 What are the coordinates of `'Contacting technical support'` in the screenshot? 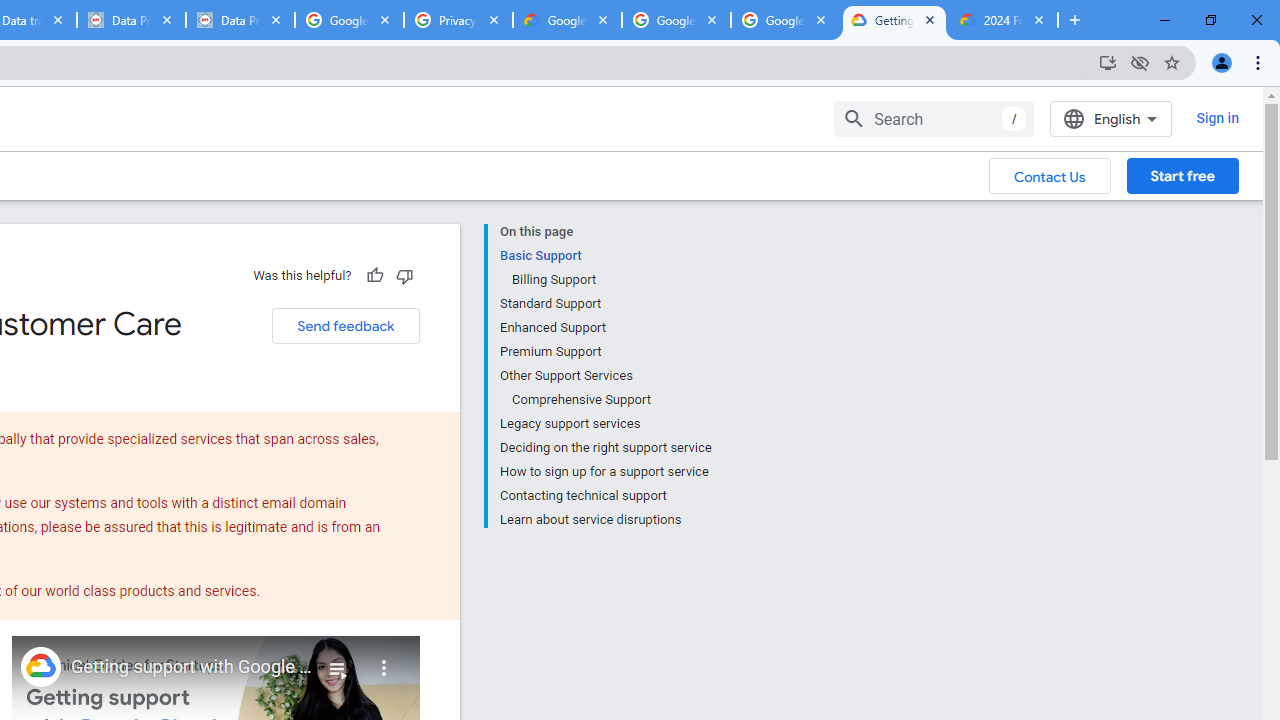 It's located at (604, 495).